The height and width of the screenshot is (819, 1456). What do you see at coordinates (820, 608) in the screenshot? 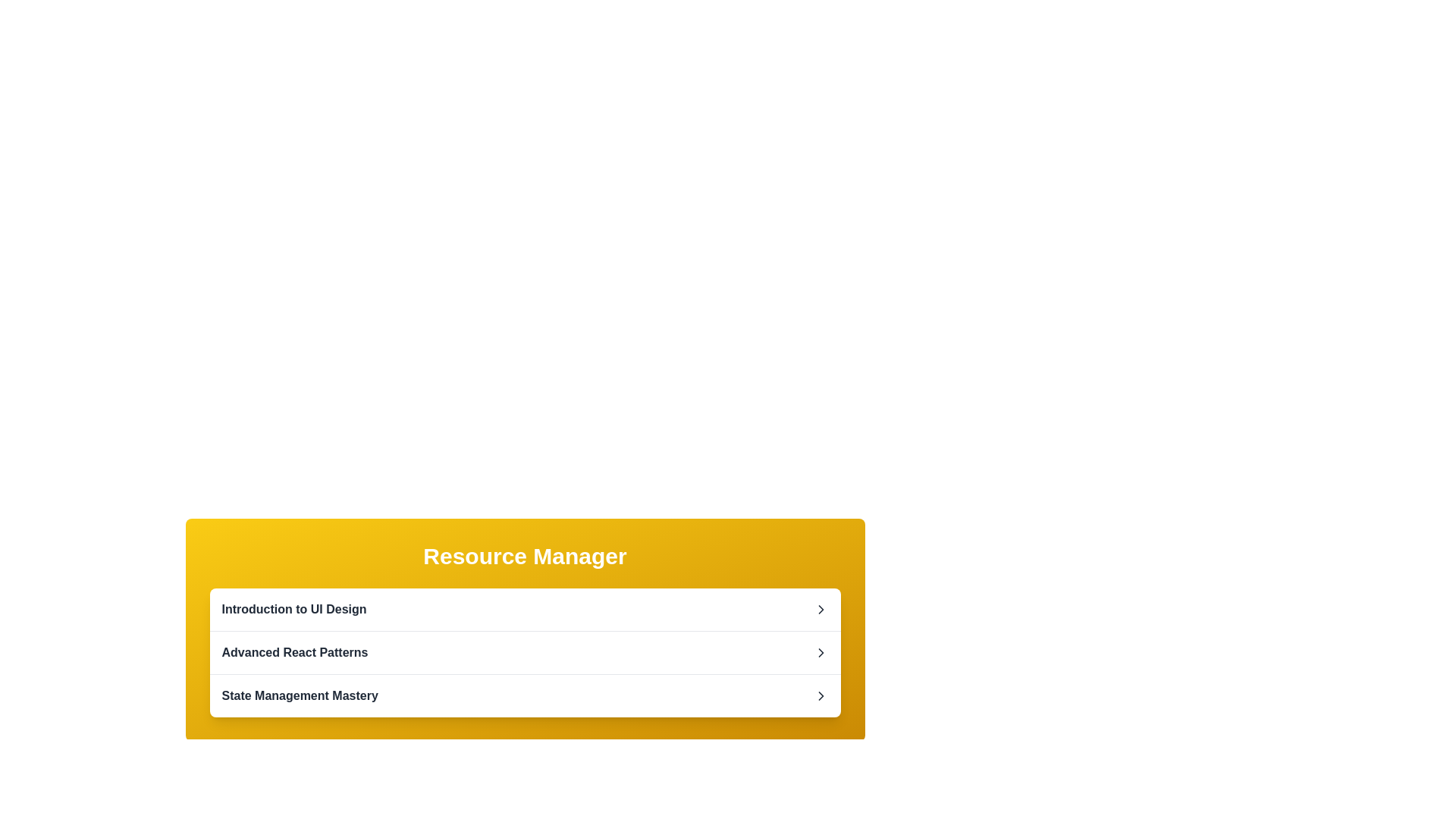
I see `the right-facing chevron arrow indicator located within the 'Resource Manager' card` at bounding box center [820, 608].